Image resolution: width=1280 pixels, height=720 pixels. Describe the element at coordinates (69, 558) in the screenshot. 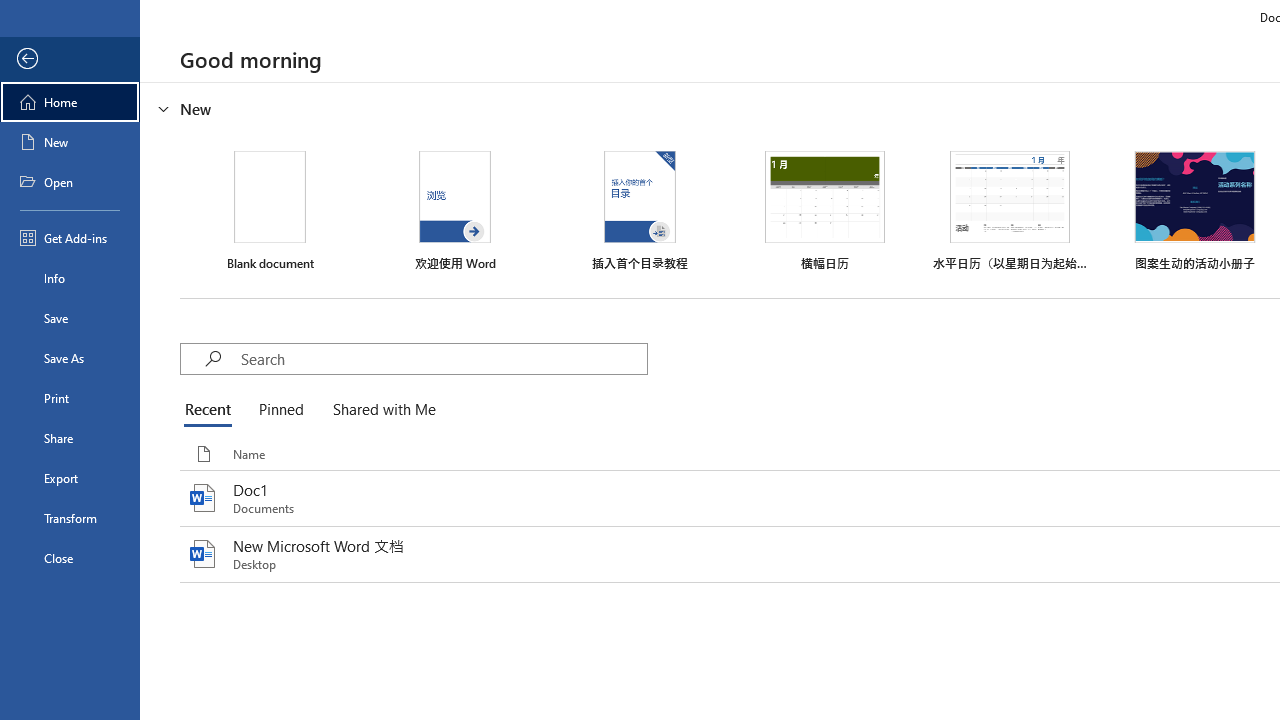

I see `'Close'` at that location.